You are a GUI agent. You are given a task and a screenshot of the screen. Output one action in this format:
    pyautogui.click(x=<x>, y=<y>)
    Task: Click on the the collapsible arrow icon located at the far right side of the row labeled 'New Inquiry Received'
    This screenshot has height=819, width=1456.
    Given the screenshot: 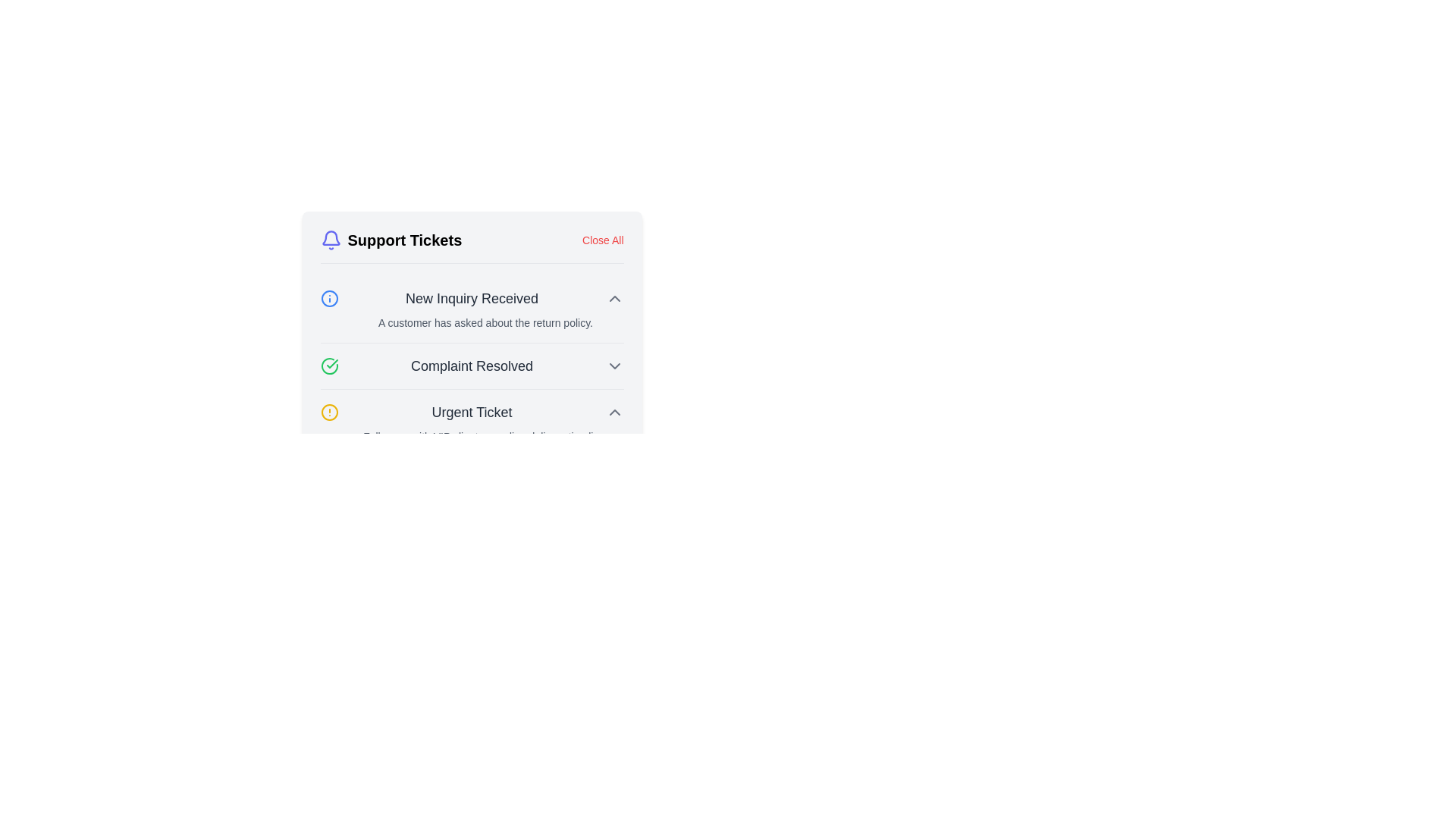 What is the action you would take?
    pyautogui.click(x=614, y=298)
    